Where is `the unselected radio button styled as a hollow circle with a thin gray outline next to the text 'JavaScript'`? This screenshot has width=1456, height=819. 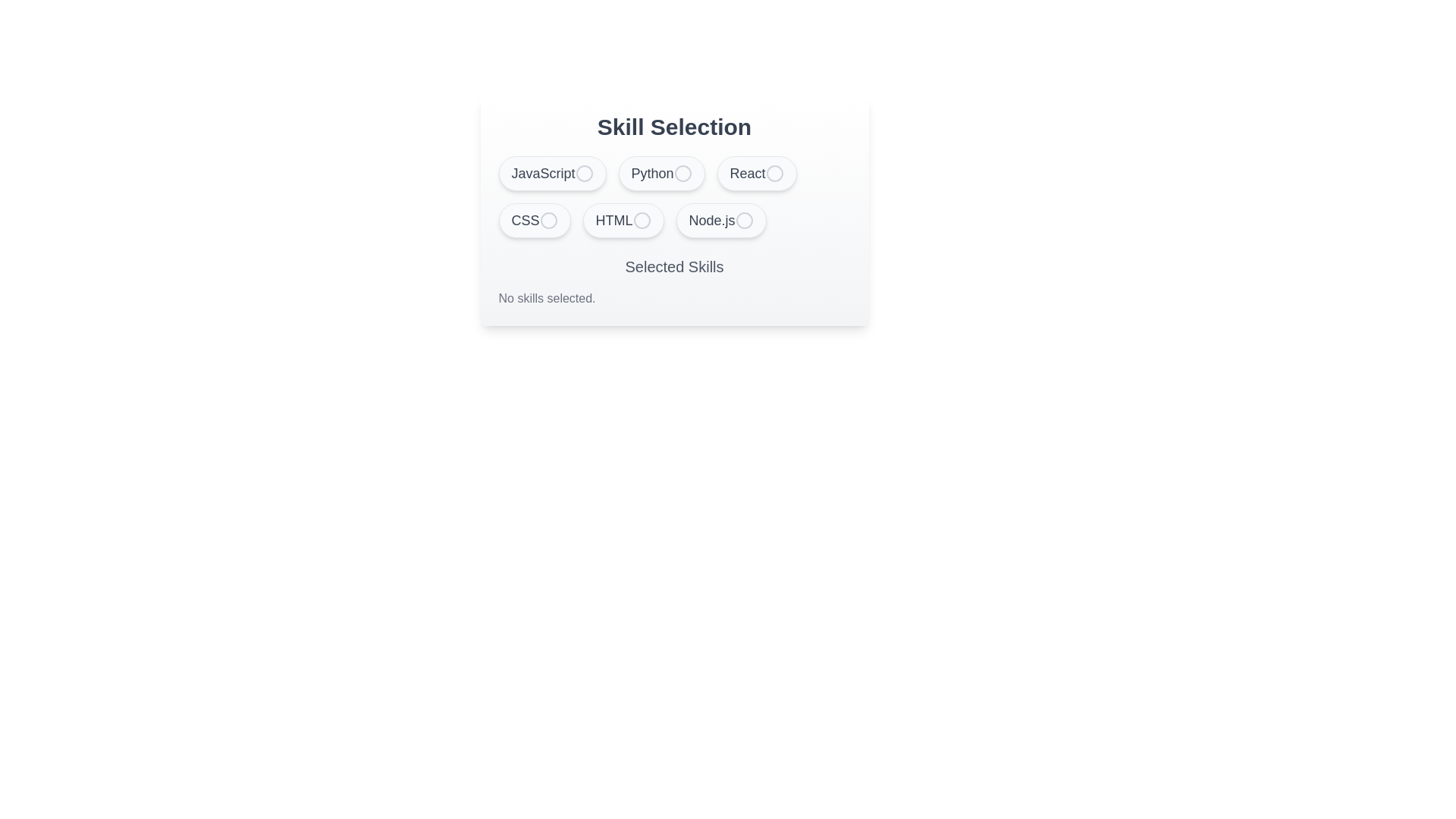 the unselected radio button styled as a hollow circle with a thin gray outline next to the text 'JavaScript' is located at coordinates (583, 172).